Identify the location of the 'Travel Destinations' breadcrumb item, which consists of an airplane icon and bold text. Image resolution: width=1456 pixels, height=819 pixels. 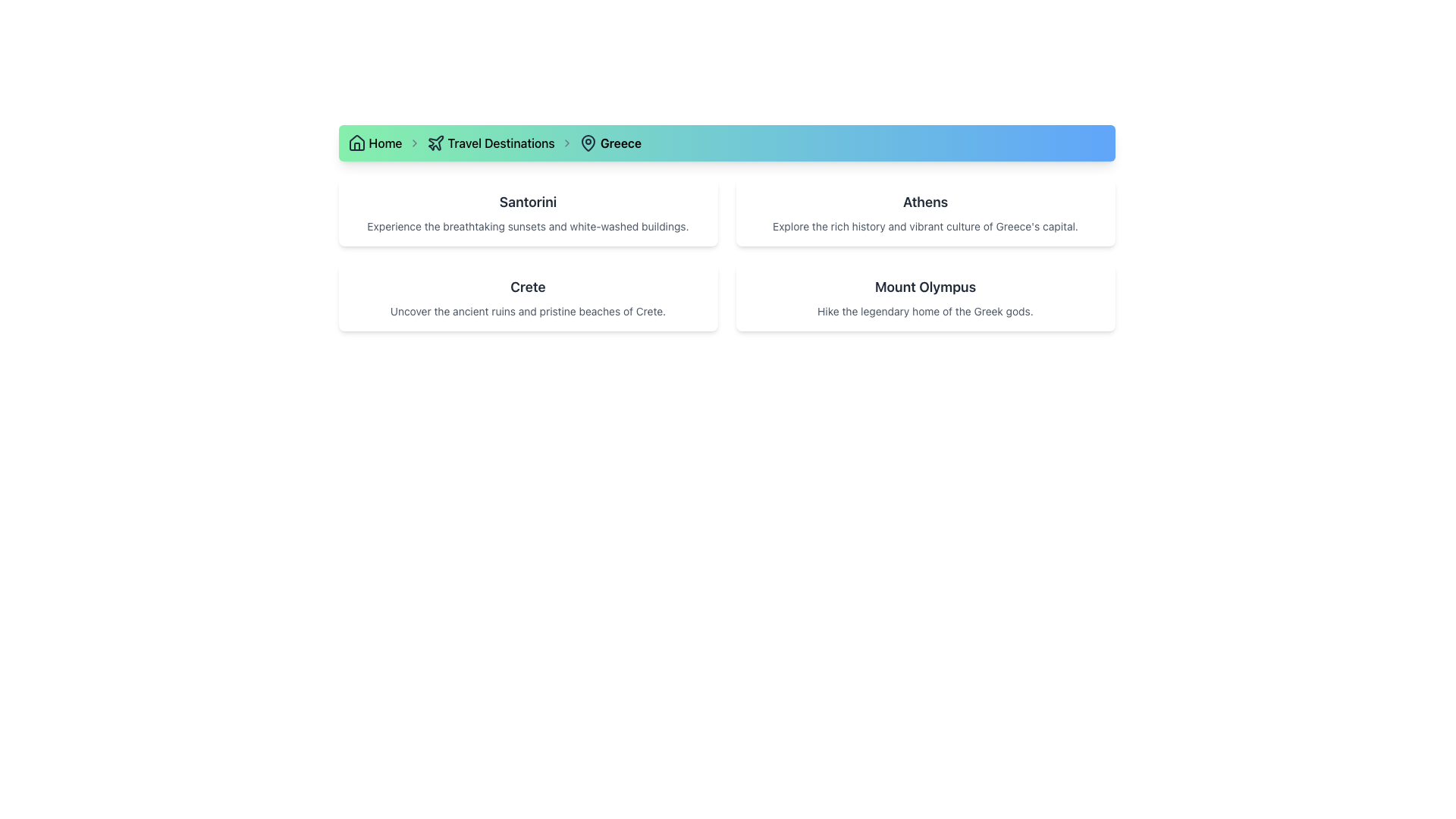
(491, 143).